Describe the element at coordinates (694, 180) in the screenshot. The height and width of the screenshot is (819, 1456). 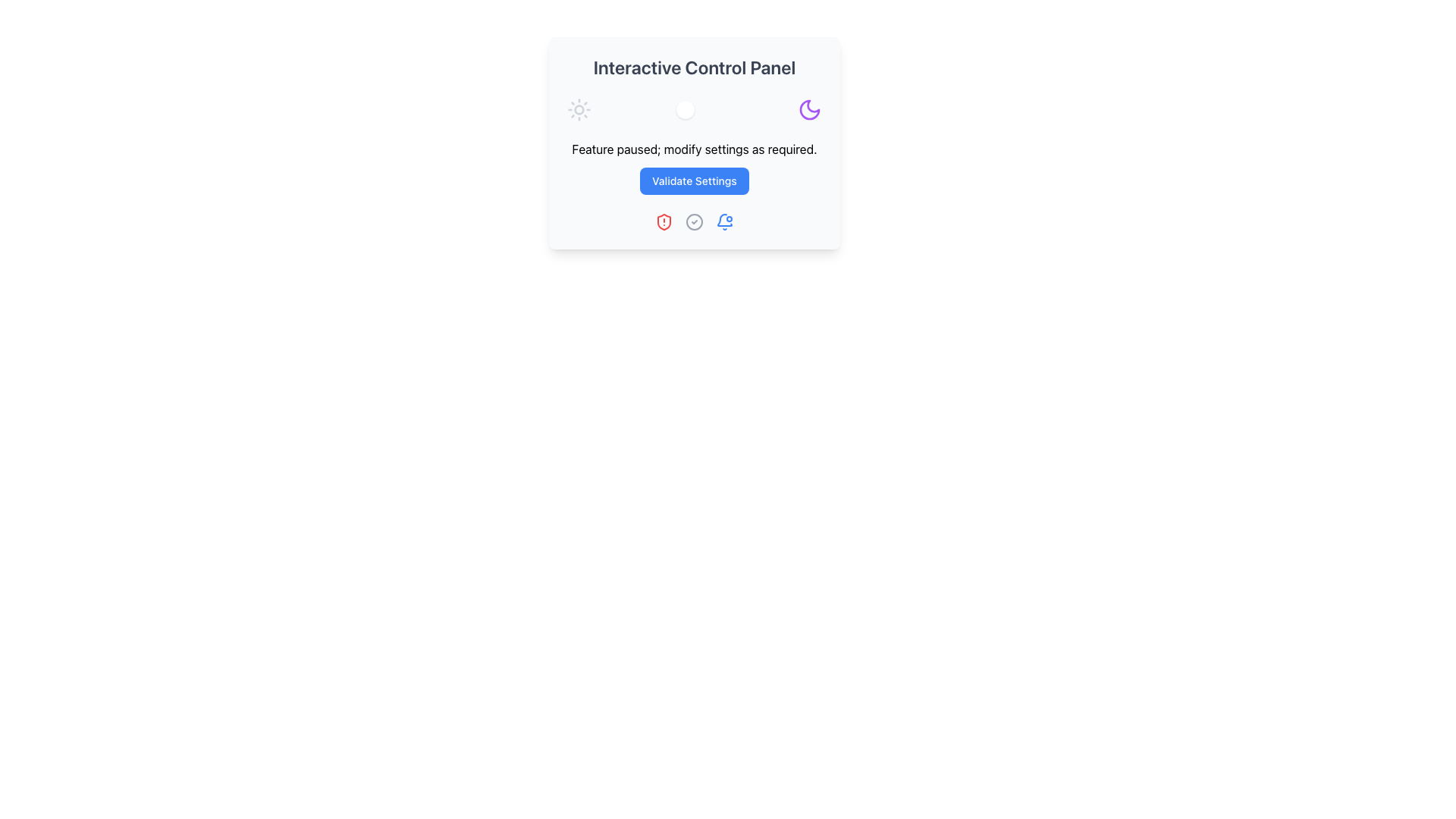
I see `the validation button located directly below the text 'Feature paused; modify settings as required' to confirm the current user settings` at that location.